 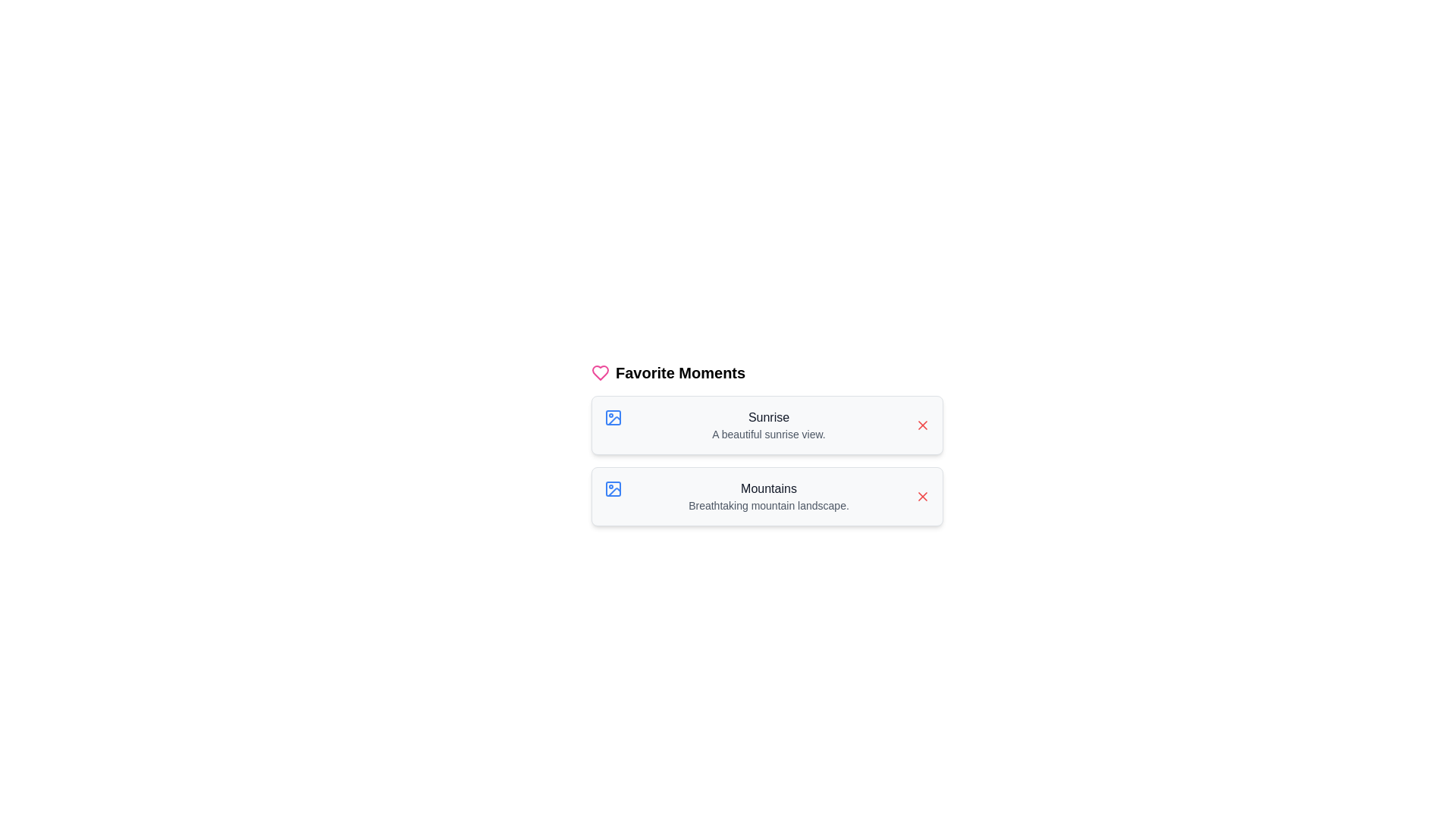 I want to click on the remove button for the item Sunrise, so click(x=922, y=425).